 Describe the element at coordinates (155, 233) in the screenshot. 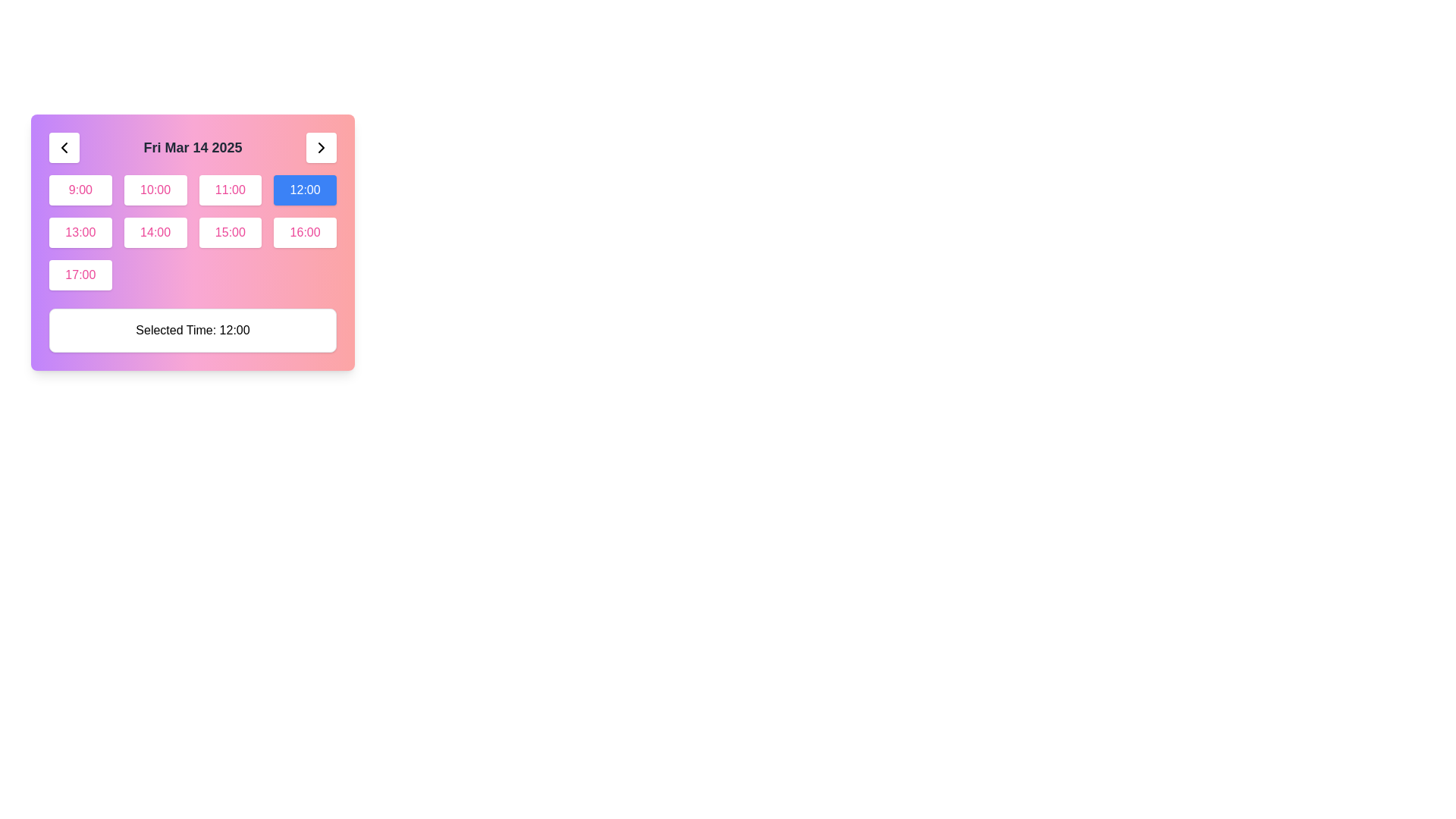

I see `the rectangular button labeled '14:00' with a white background and pink text` at that location.